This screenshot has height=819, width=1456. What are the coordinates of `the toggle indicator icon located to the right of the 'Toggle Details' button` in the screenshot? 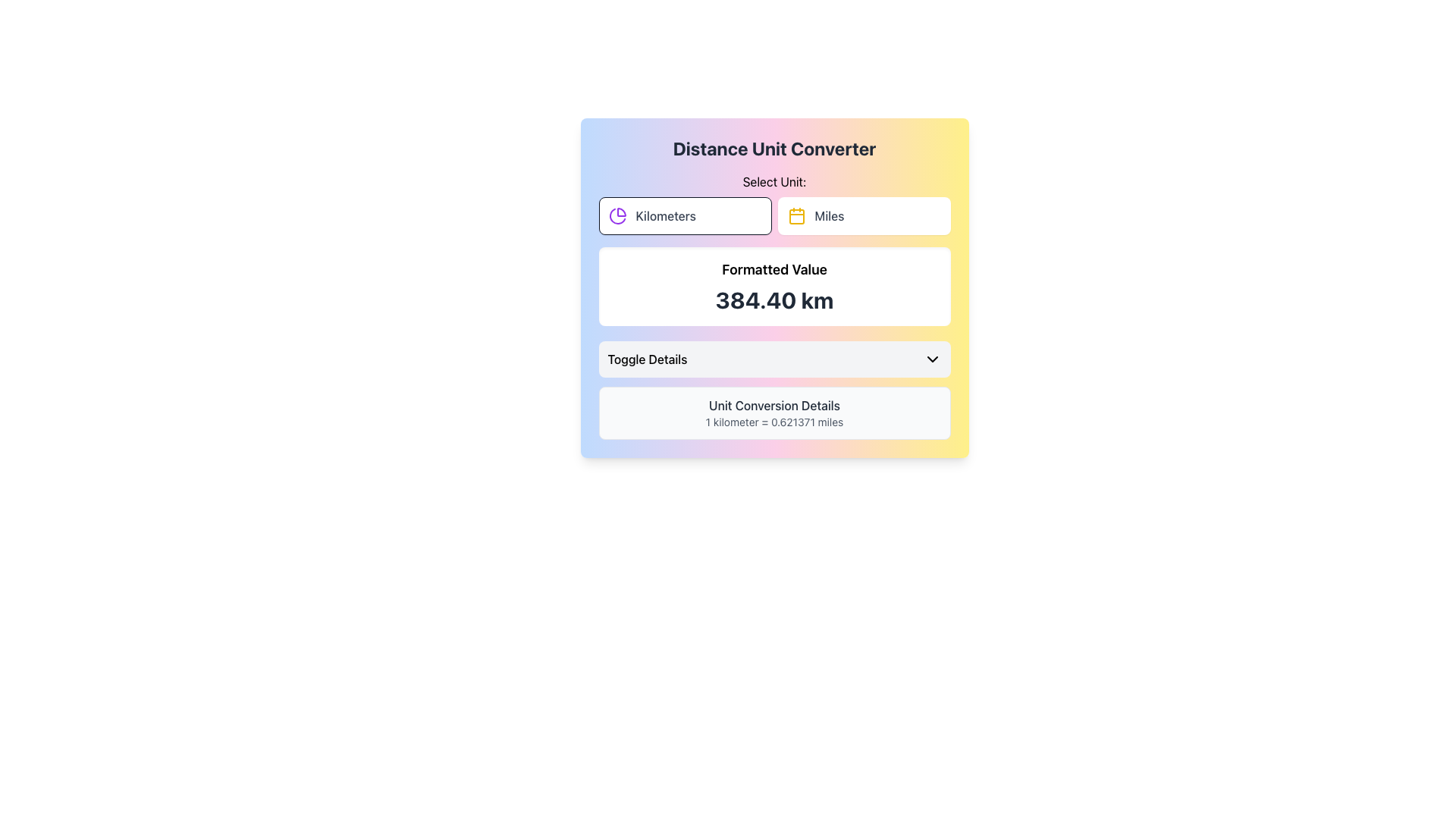 It's located at (931, 359).